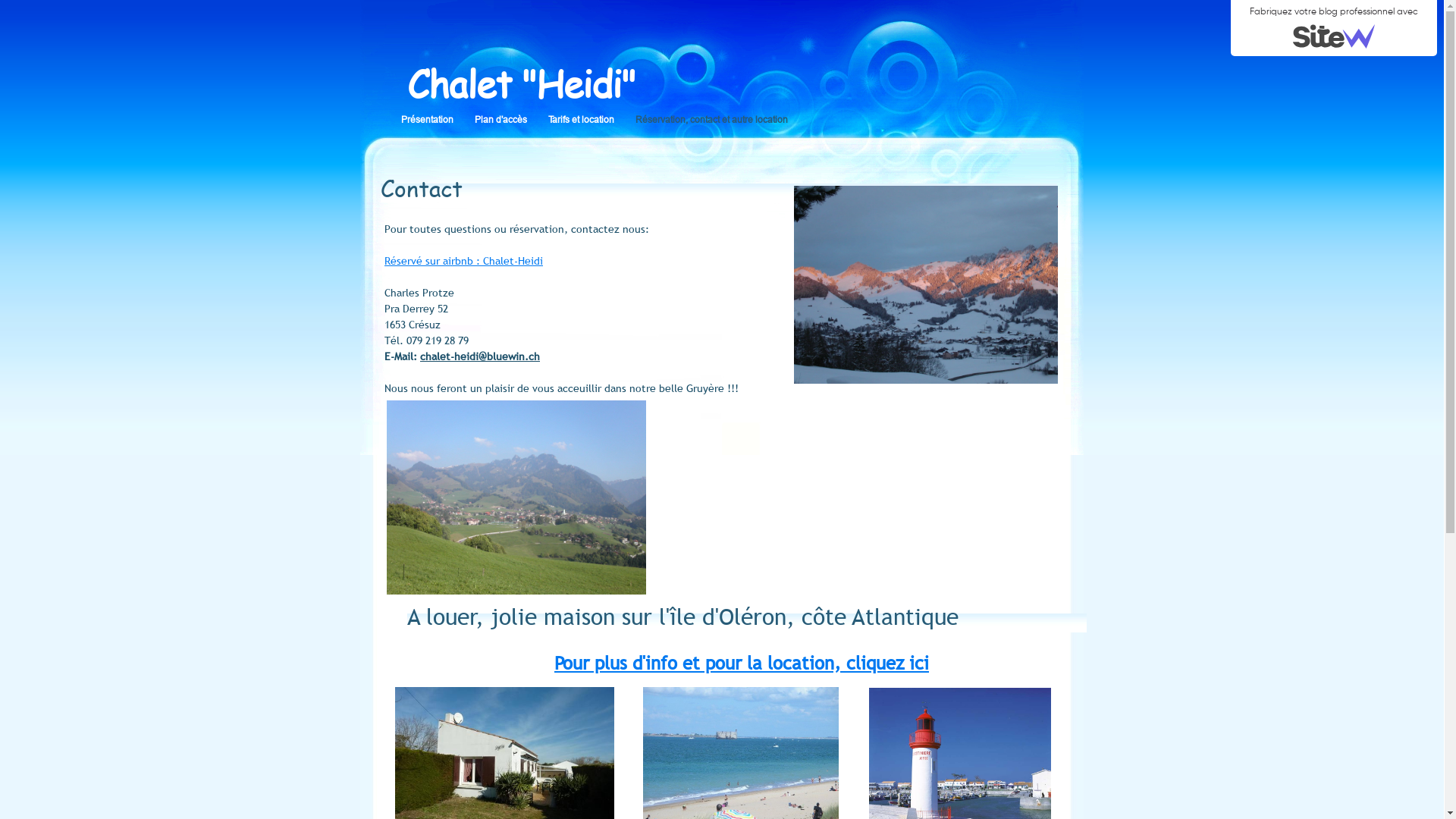 The image size is (1456, 819). I want to click on 'Pour plus d'info et pour la location, cliquez ici', so click(742, 662).